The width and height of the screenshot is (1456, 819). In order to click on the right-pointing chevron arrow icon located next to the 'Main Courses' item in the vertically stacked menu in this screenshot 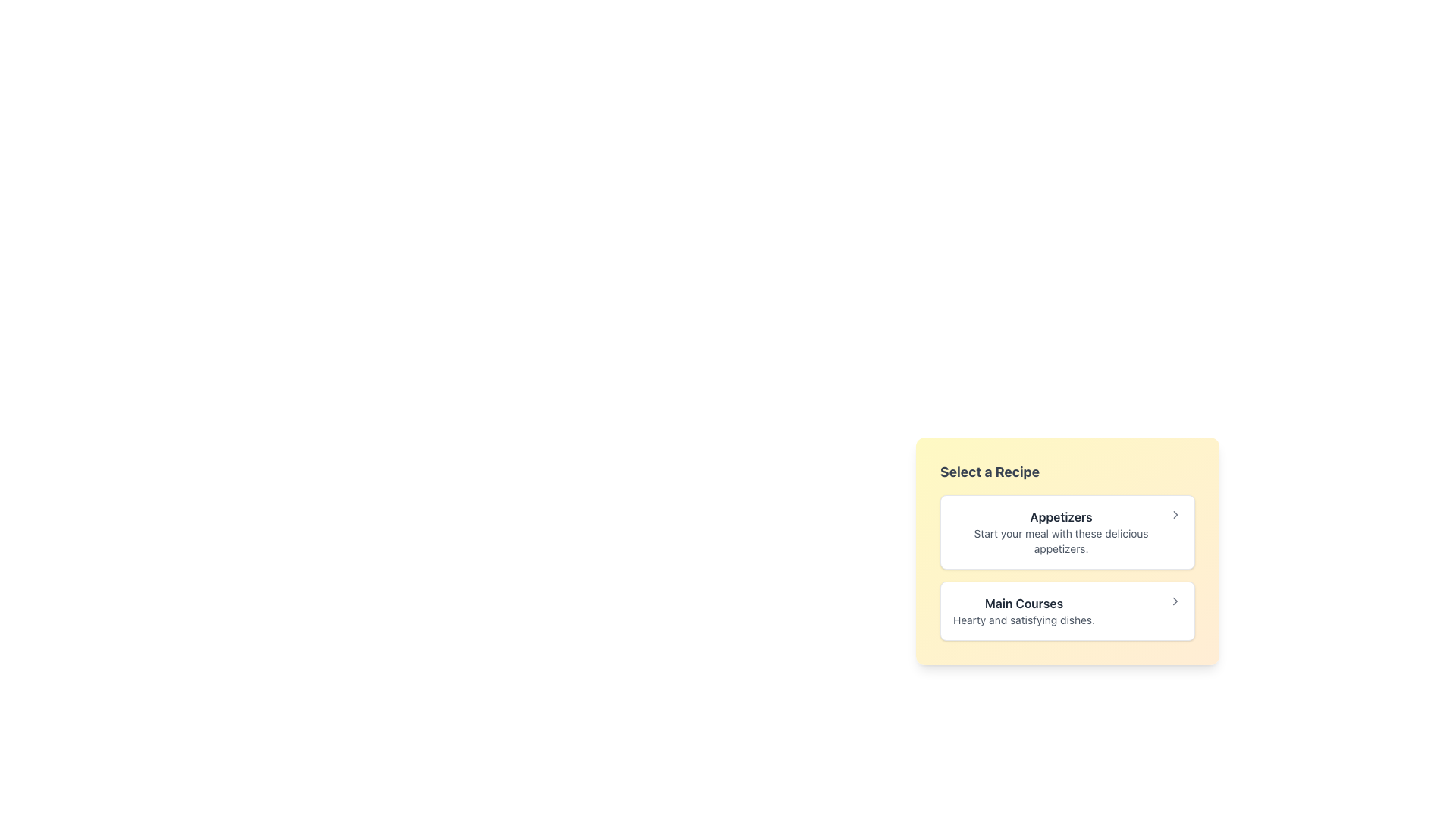, I will do `click(1175, 601)`.